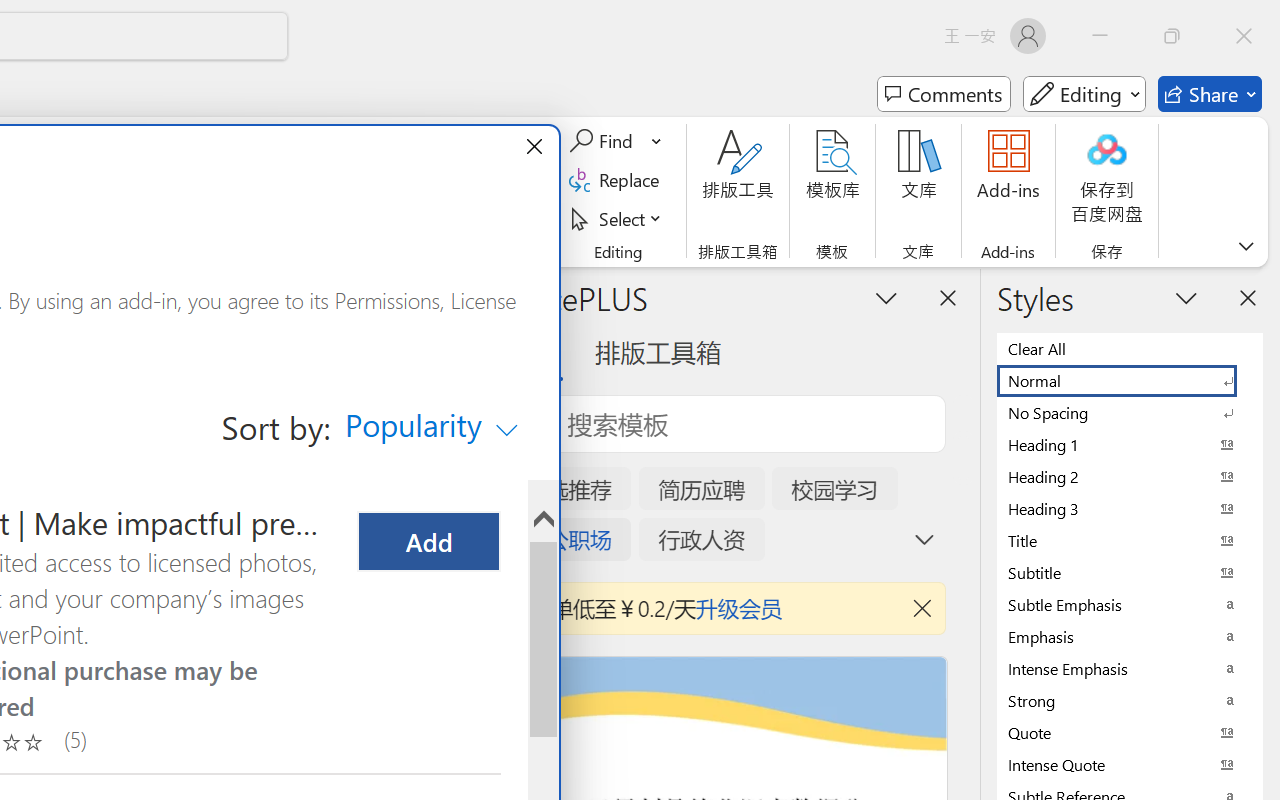 The image size is (1280, 800). What do you see at coordinates (1130, 540) in the screenshot?
I see `'Title'` at bounding box center [1130, 540].